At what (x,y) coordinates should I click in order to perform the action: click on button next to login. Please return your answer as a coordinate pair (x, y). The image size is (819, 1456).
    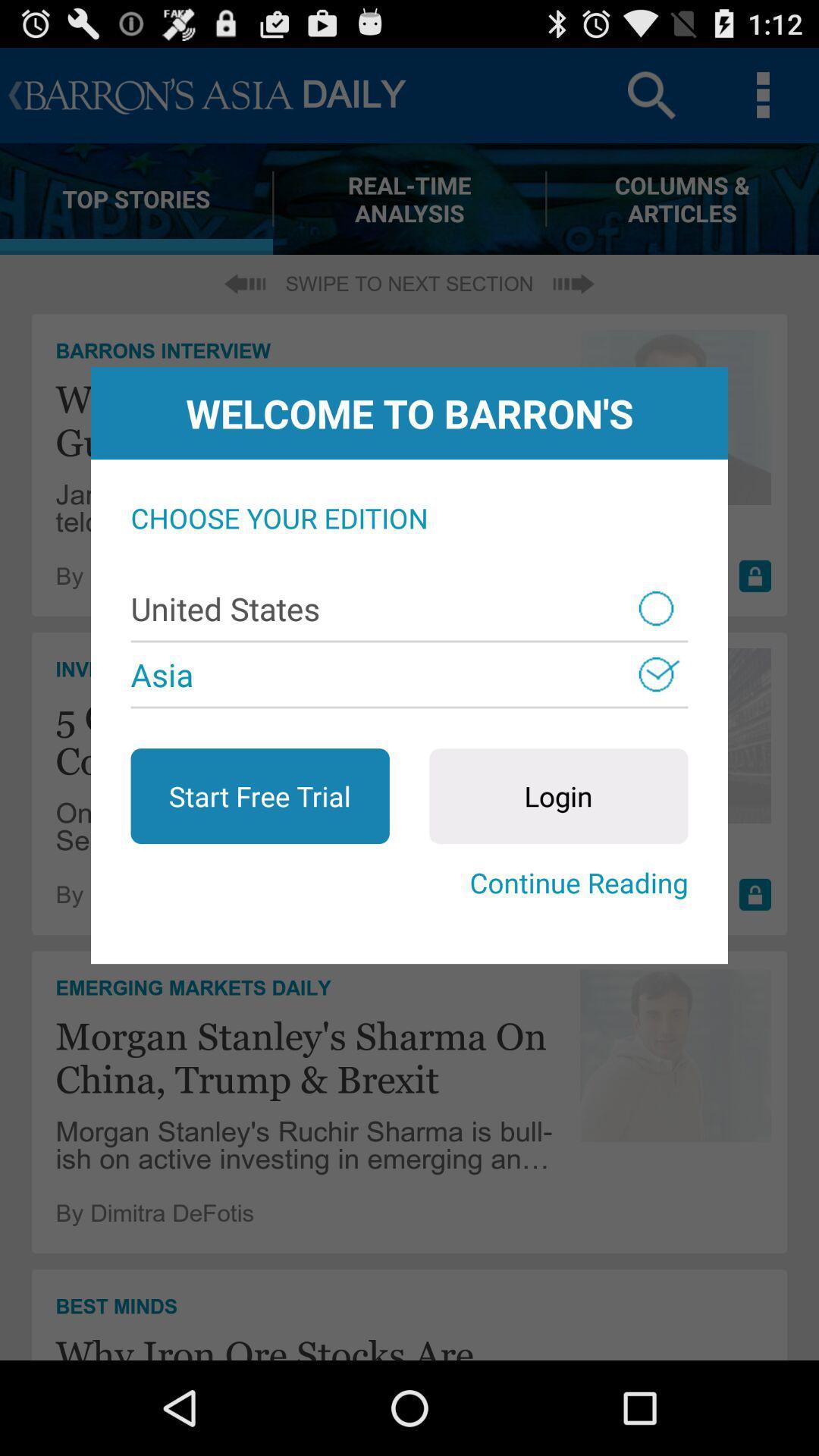
    Looking at the image, I should click on (259, 795).